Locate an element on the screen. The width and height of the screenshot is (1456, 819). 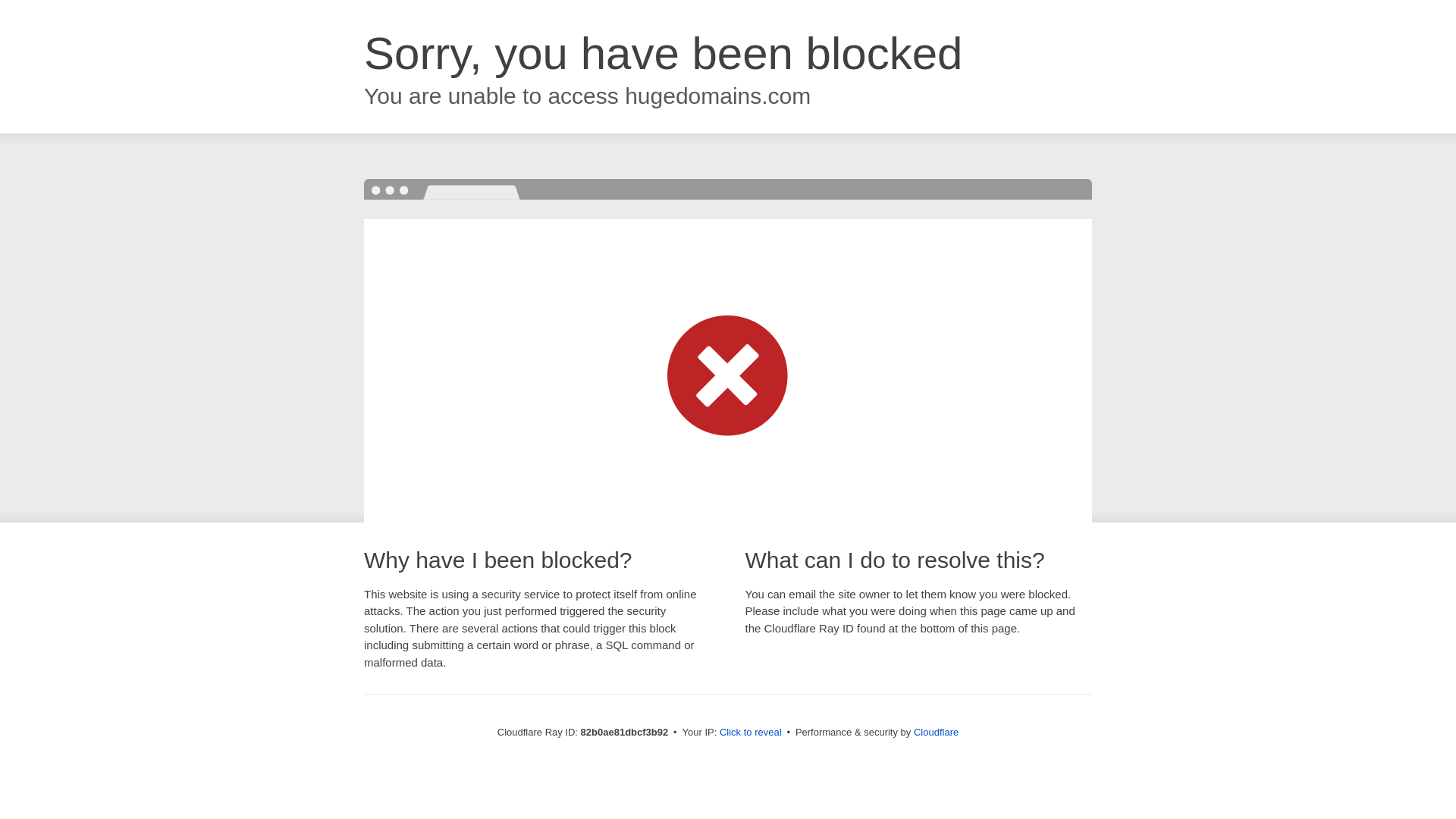
'Cloudflare' is located at coordinates (912, 731).